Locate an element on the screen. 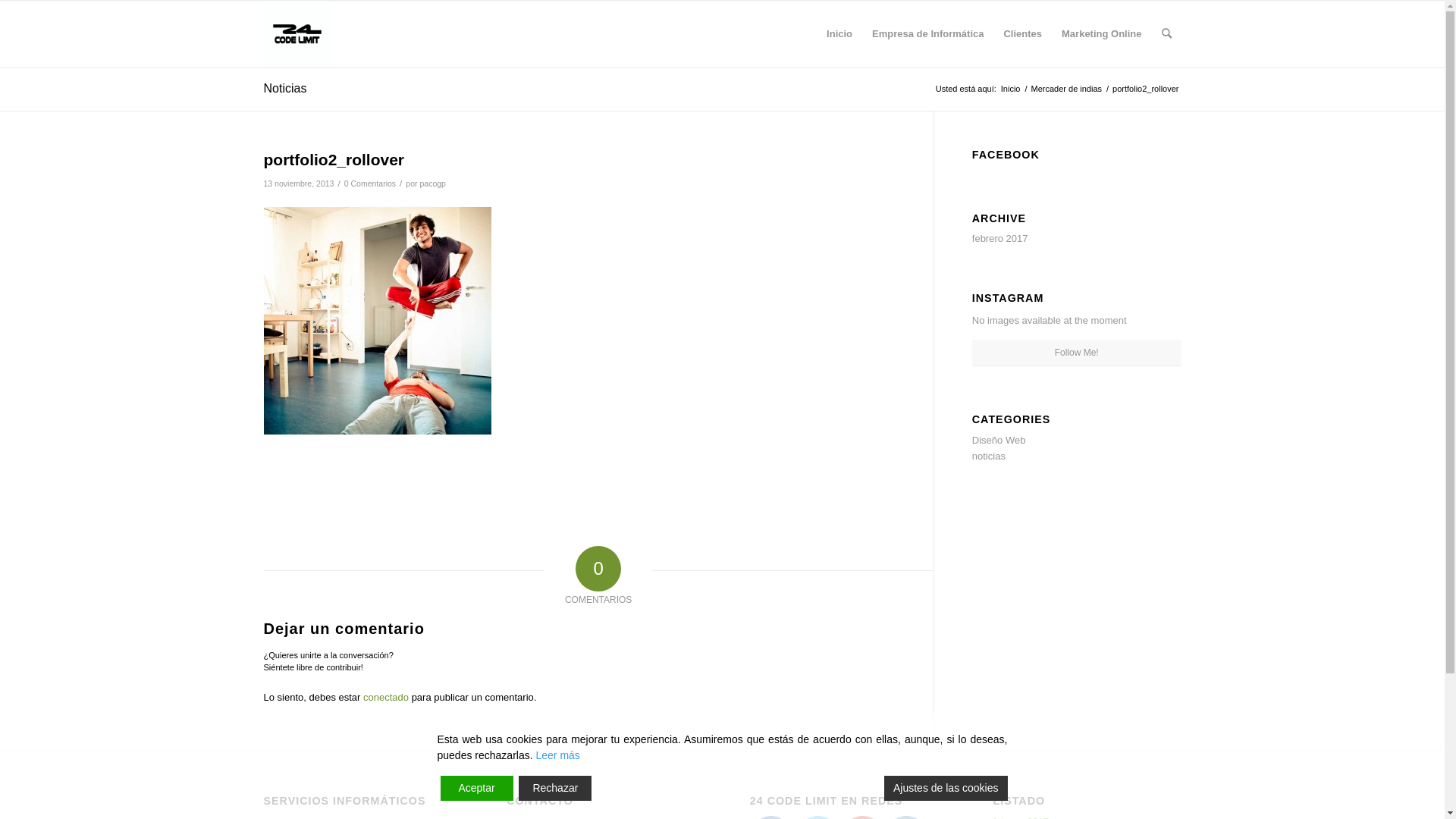 Image resolution: width=1456 pixels, height=819 pixels. 'Inicio' is located at coordinates (998, 89).